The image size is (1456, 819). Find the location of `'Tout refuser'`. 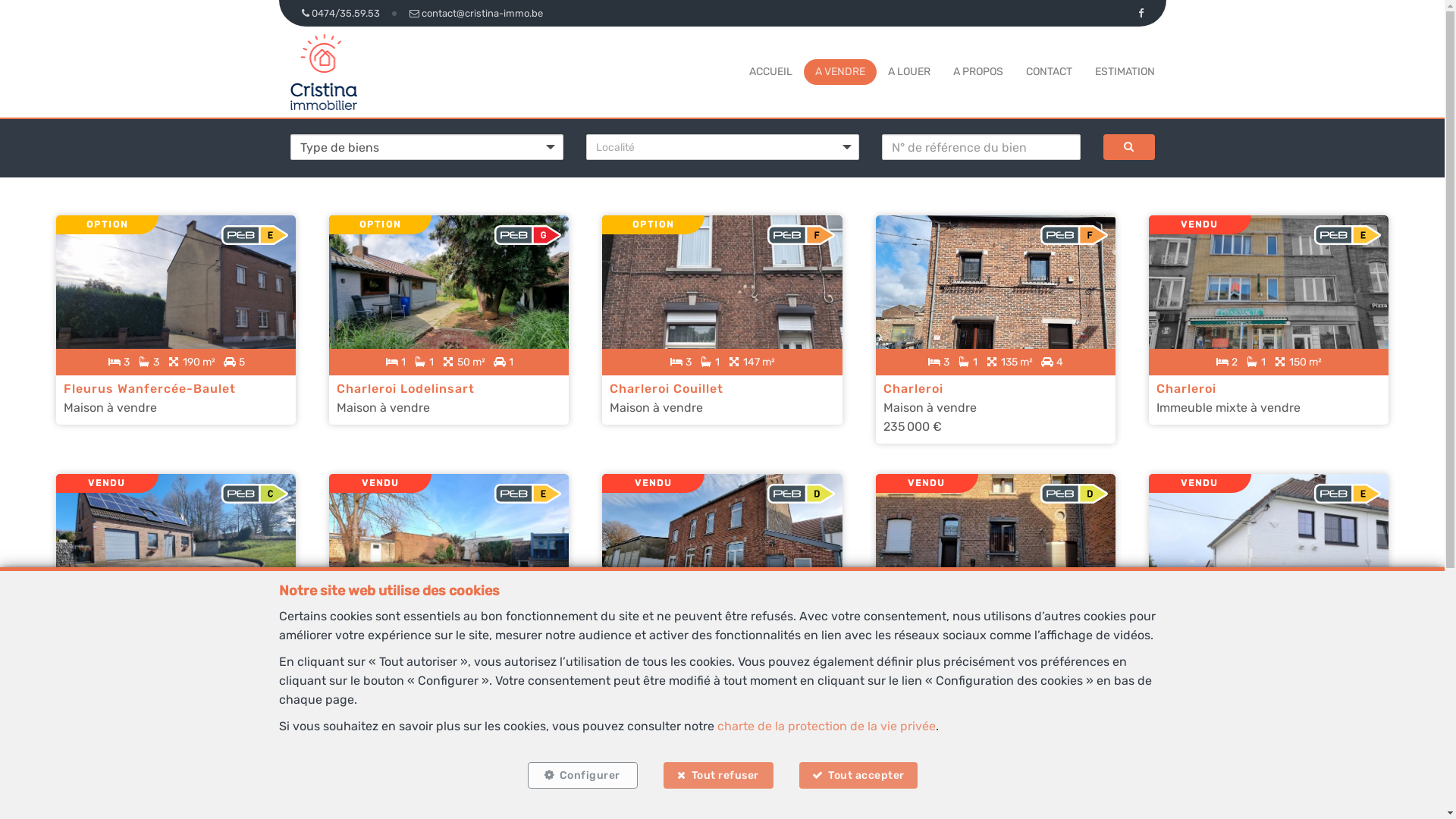

'Tout refuser' is located at coordinates (662, 775).